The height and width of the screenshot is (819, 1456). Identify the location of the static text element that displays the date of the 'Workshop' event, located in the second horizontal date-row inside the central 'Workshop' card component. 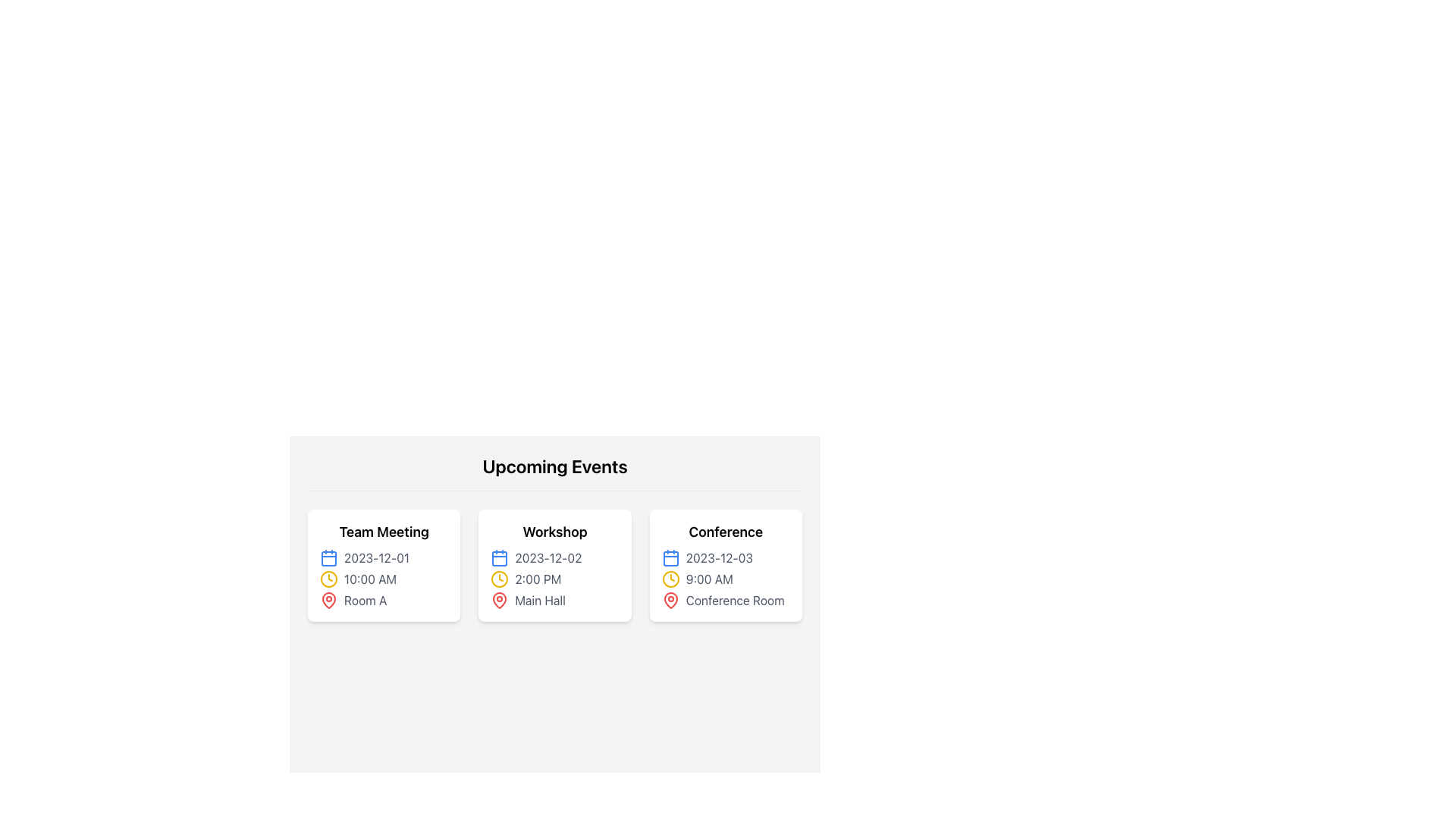
(554, 558).